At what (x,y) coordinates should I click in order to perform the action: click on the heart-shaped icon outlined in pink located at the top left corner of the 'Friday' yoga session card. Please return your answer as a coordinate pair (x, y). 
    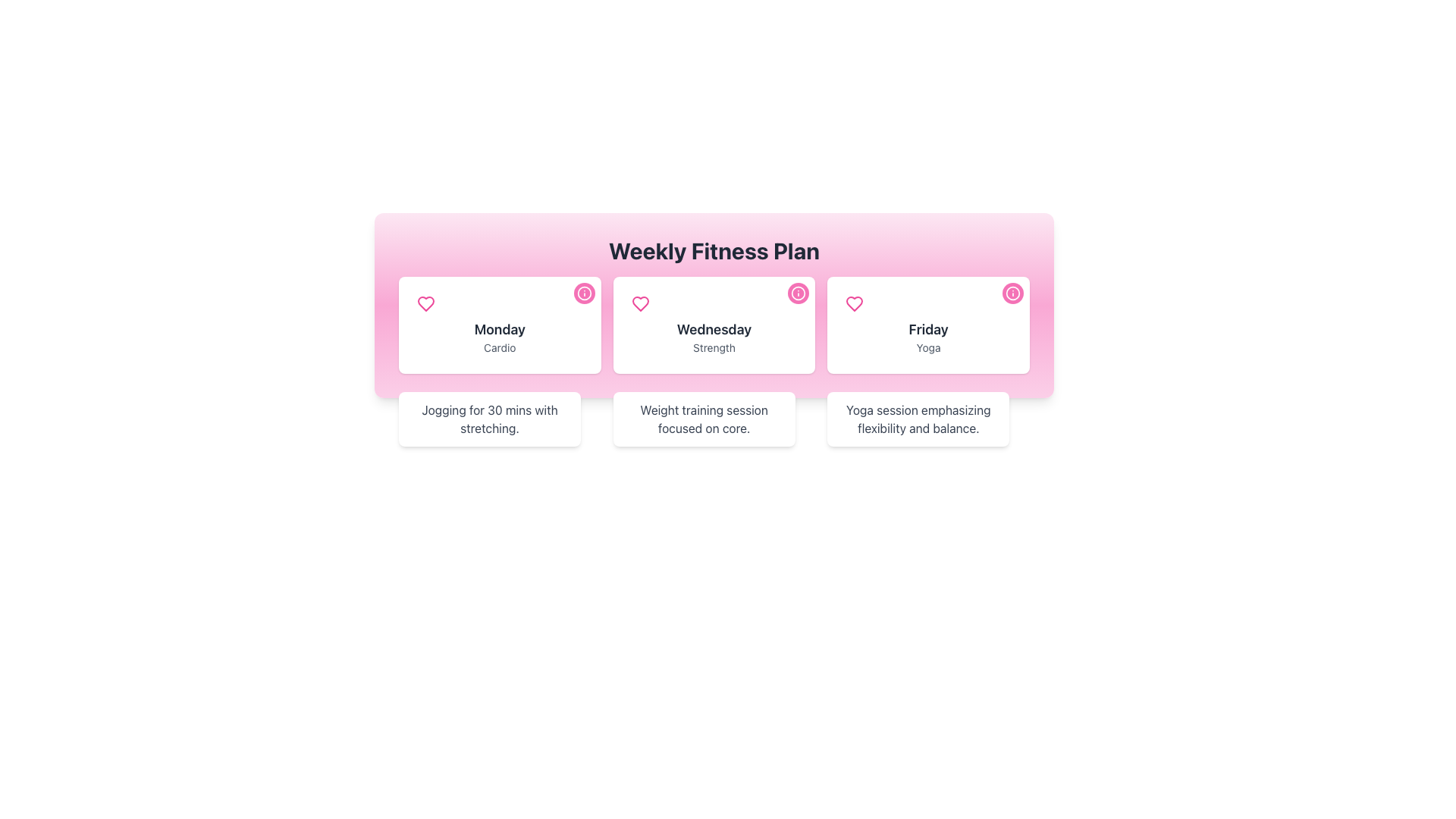
    Looking at the image, I should click on (855, 304).